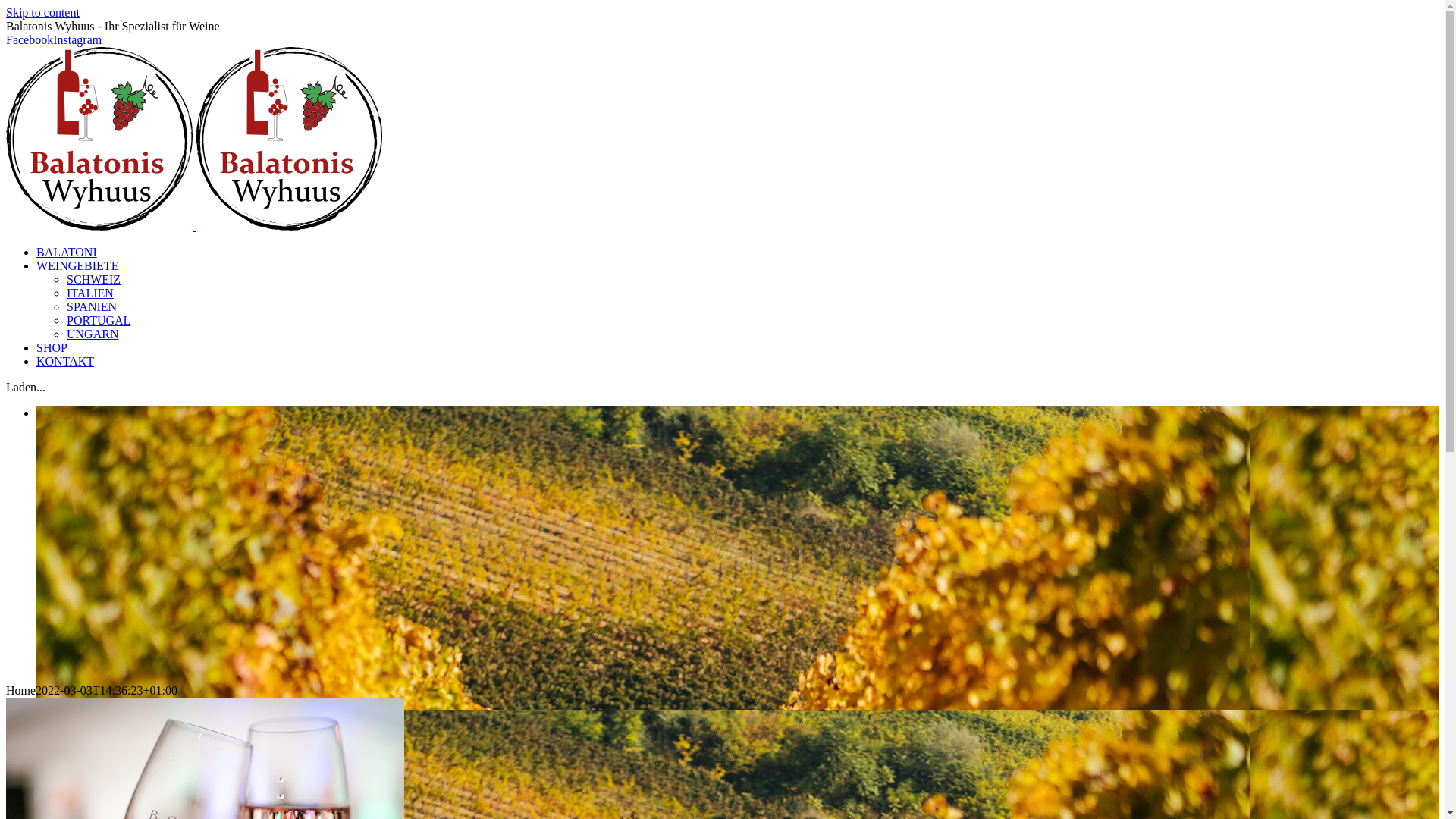 The height and width of the screenshot is (819, 1456). Describe the element at coordinates (29, 39) in the screenshot. I see `'Facebook'` at that location.